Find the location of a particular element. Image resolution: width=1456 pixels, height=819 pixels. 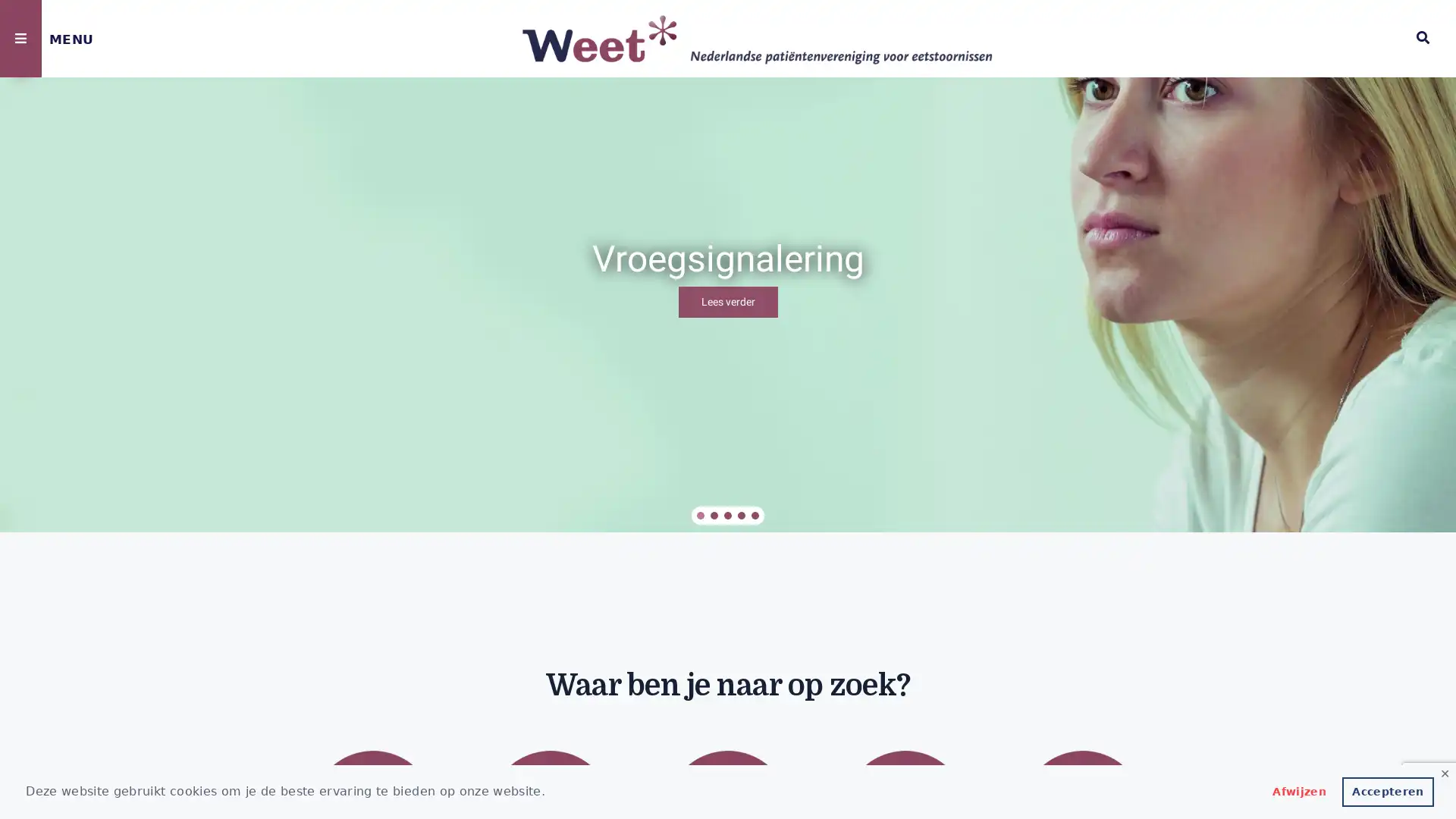

Vacatures is located at coordinates (728, 514).